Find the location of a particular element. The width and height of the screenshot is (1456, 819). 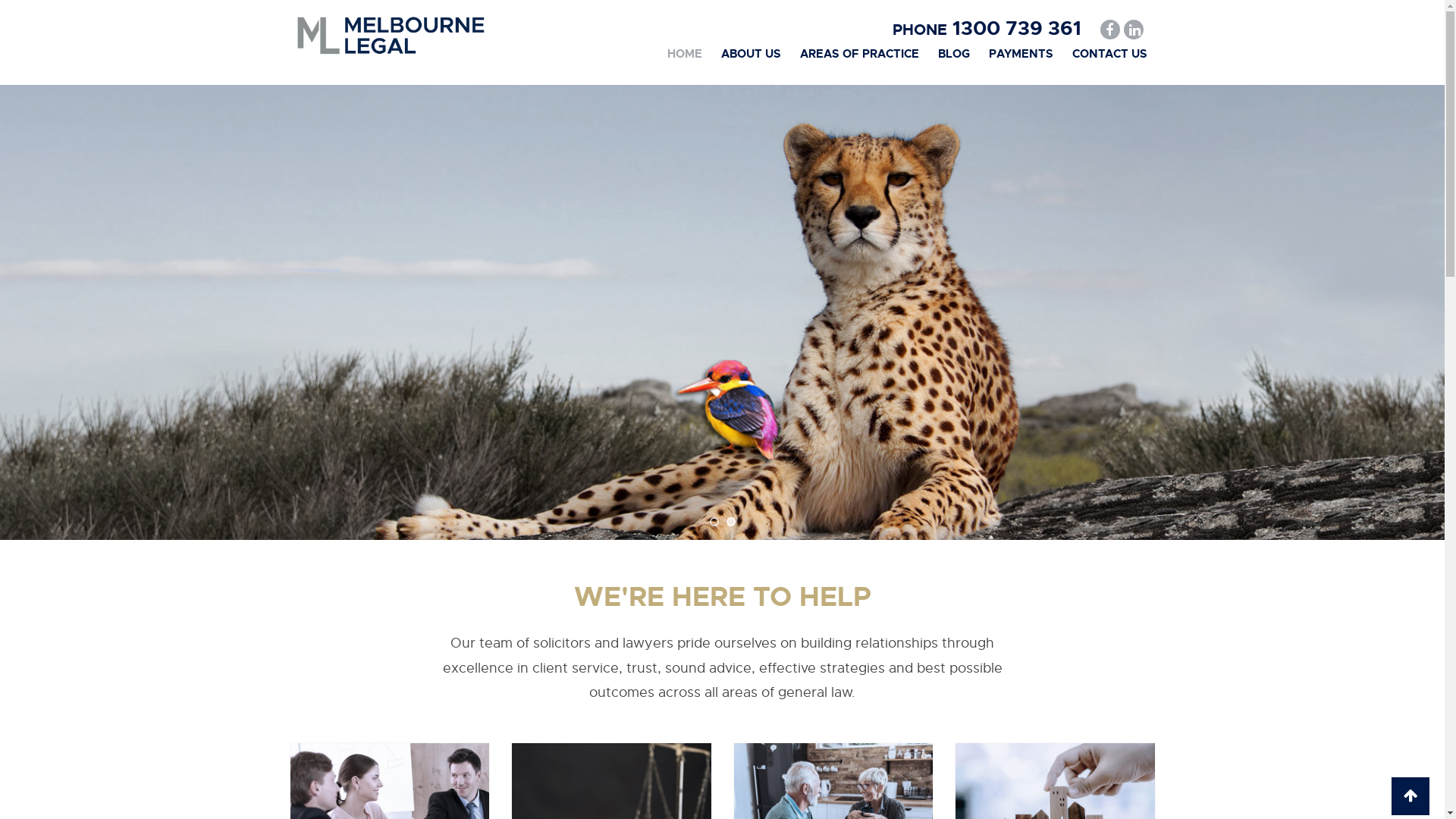

'ABOUT US' is located at coordinates (750, 52).